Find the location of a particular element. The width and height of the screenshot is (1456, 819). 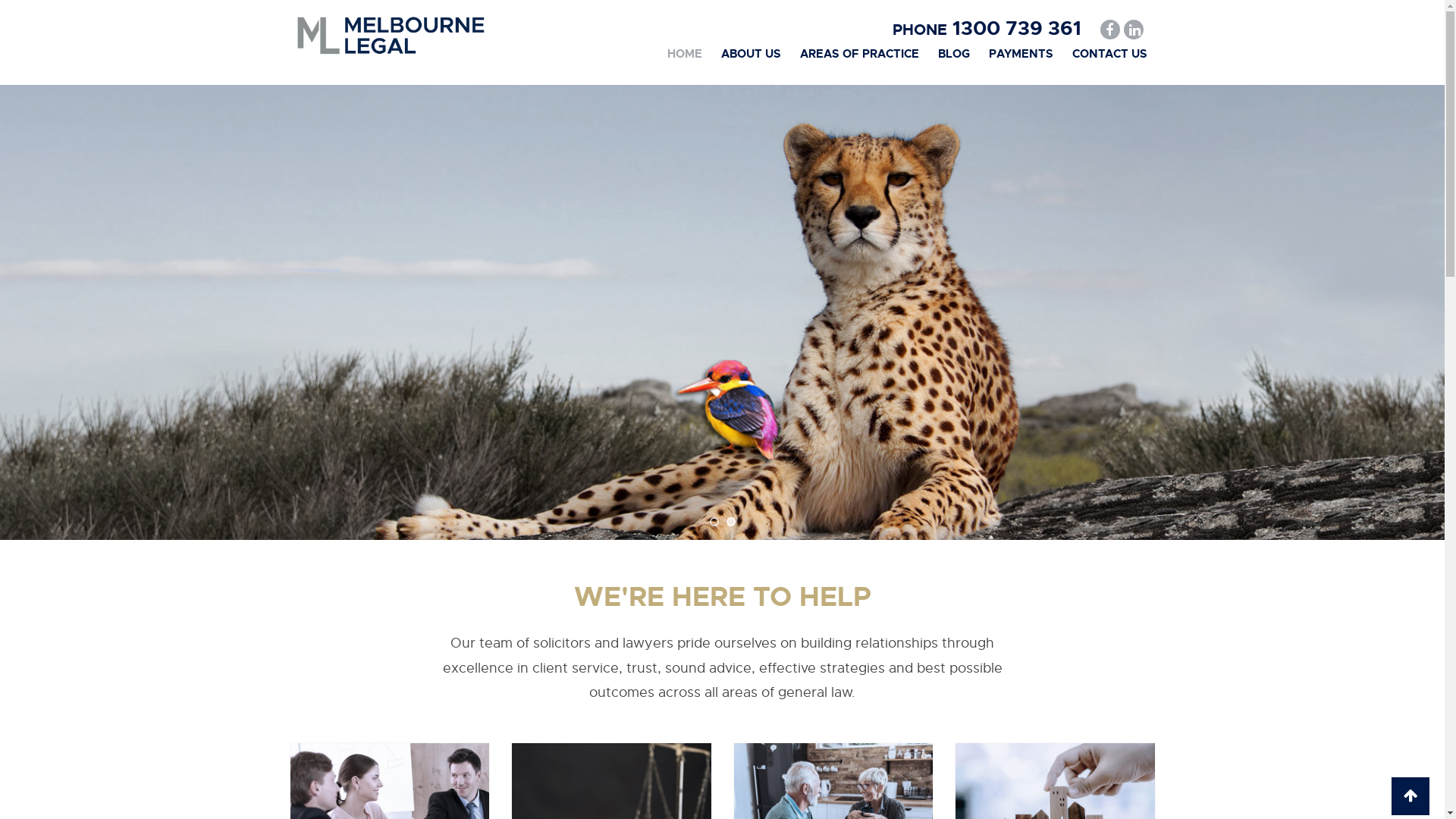

'ABOUT US' is located at coordinates (750, 52).